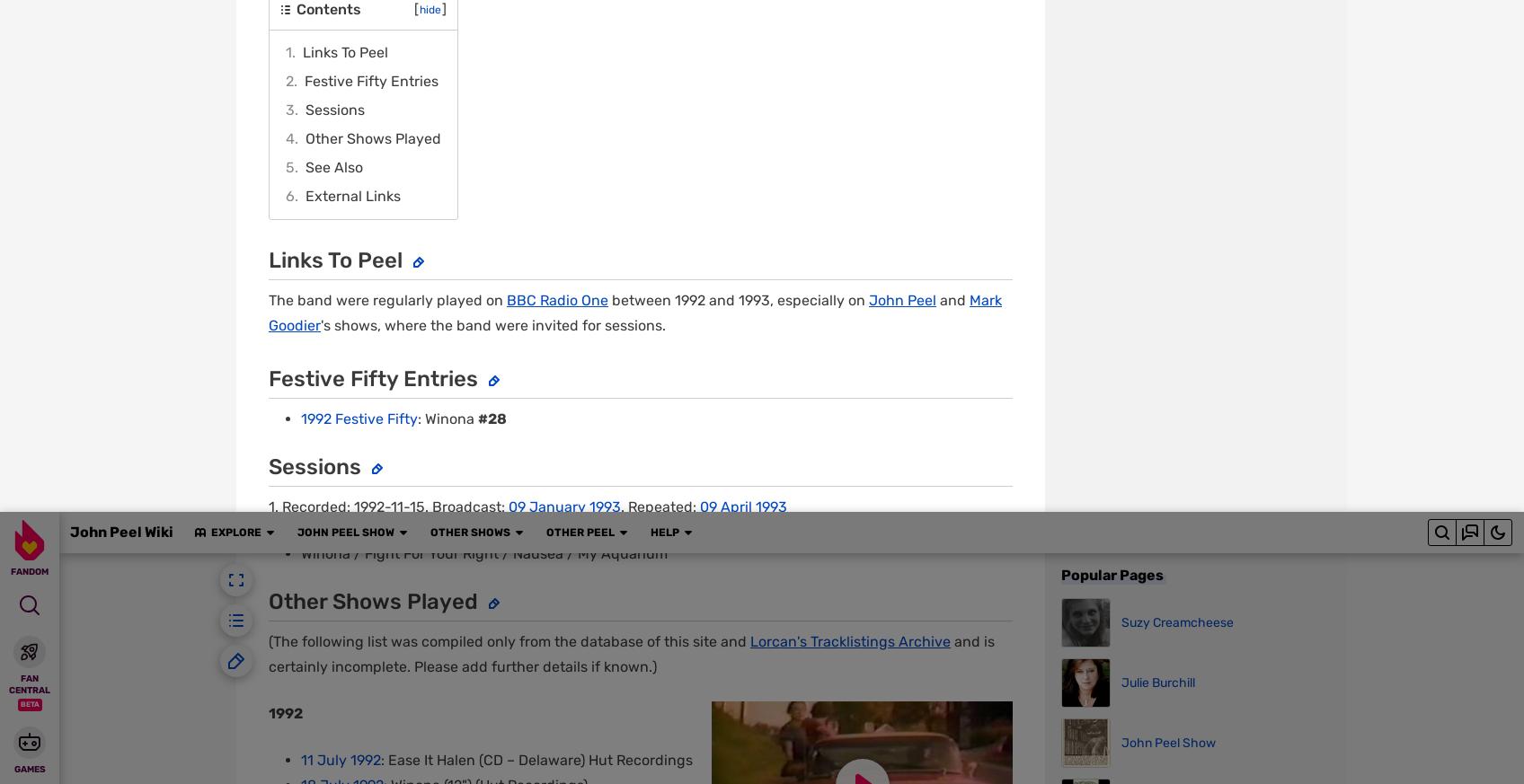  Describe the element at coordinates (311, 159) in the screenshot. I see `'Categories'` at that location.